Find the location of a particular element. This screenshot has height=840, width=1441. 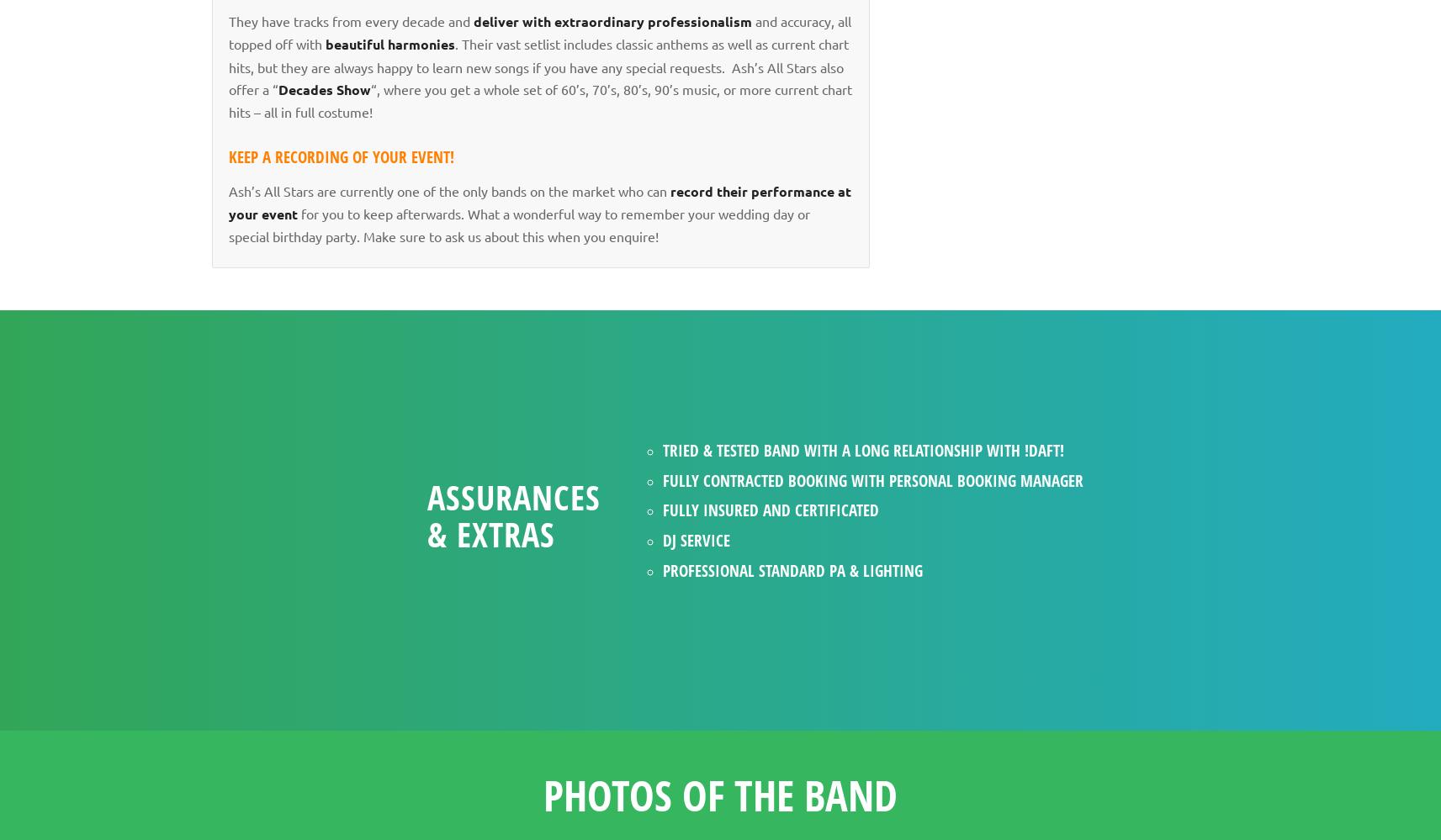

'TRIED & TESTED BAND WITH A LONG RELATIONSHIP WITH !DAFT!' is located at coordinates (862, 449).